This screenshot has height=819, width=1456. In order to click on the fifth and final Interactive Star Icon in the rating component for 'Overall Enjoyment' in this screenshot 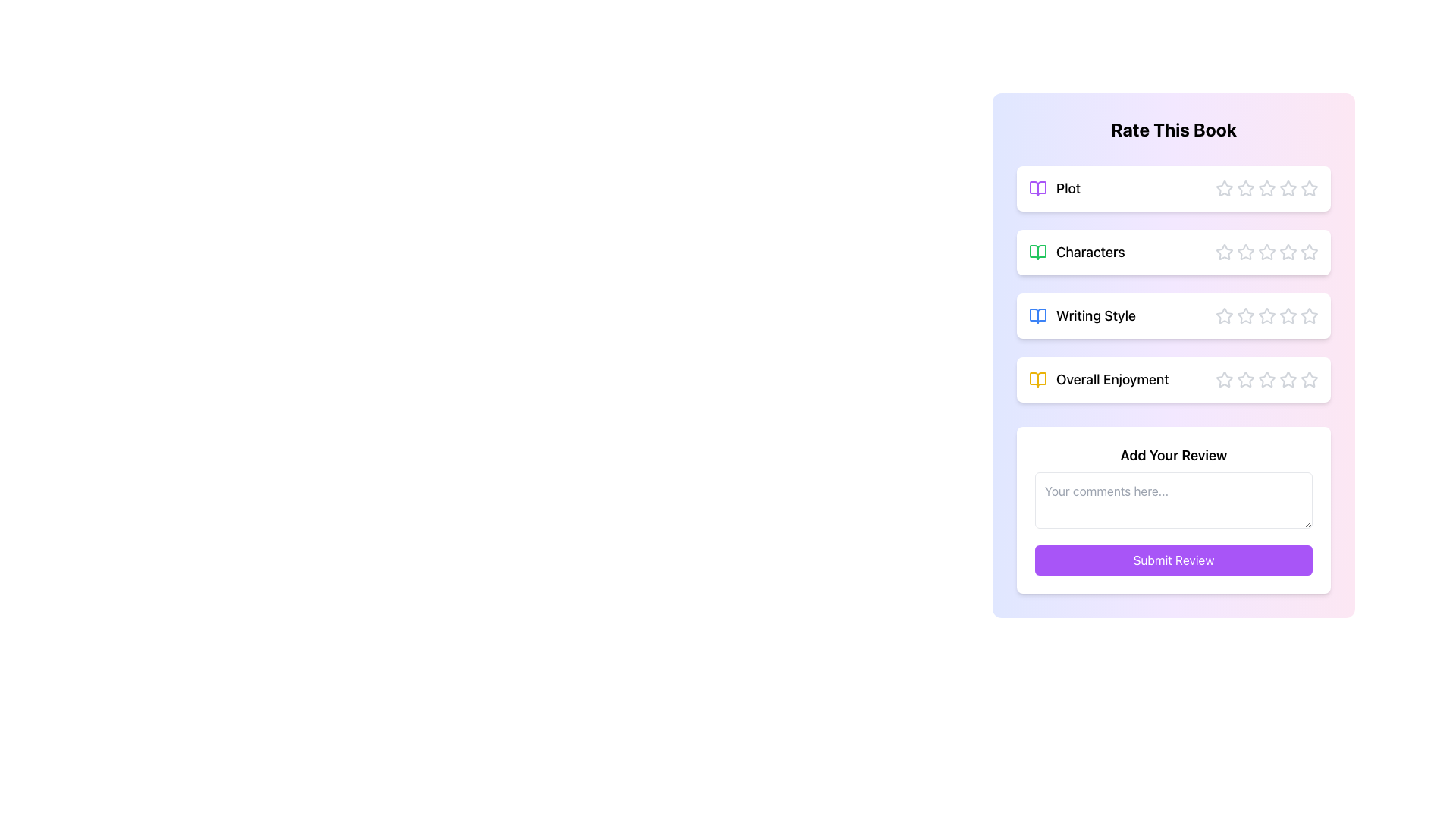, I will do `click(1309, 378)`.